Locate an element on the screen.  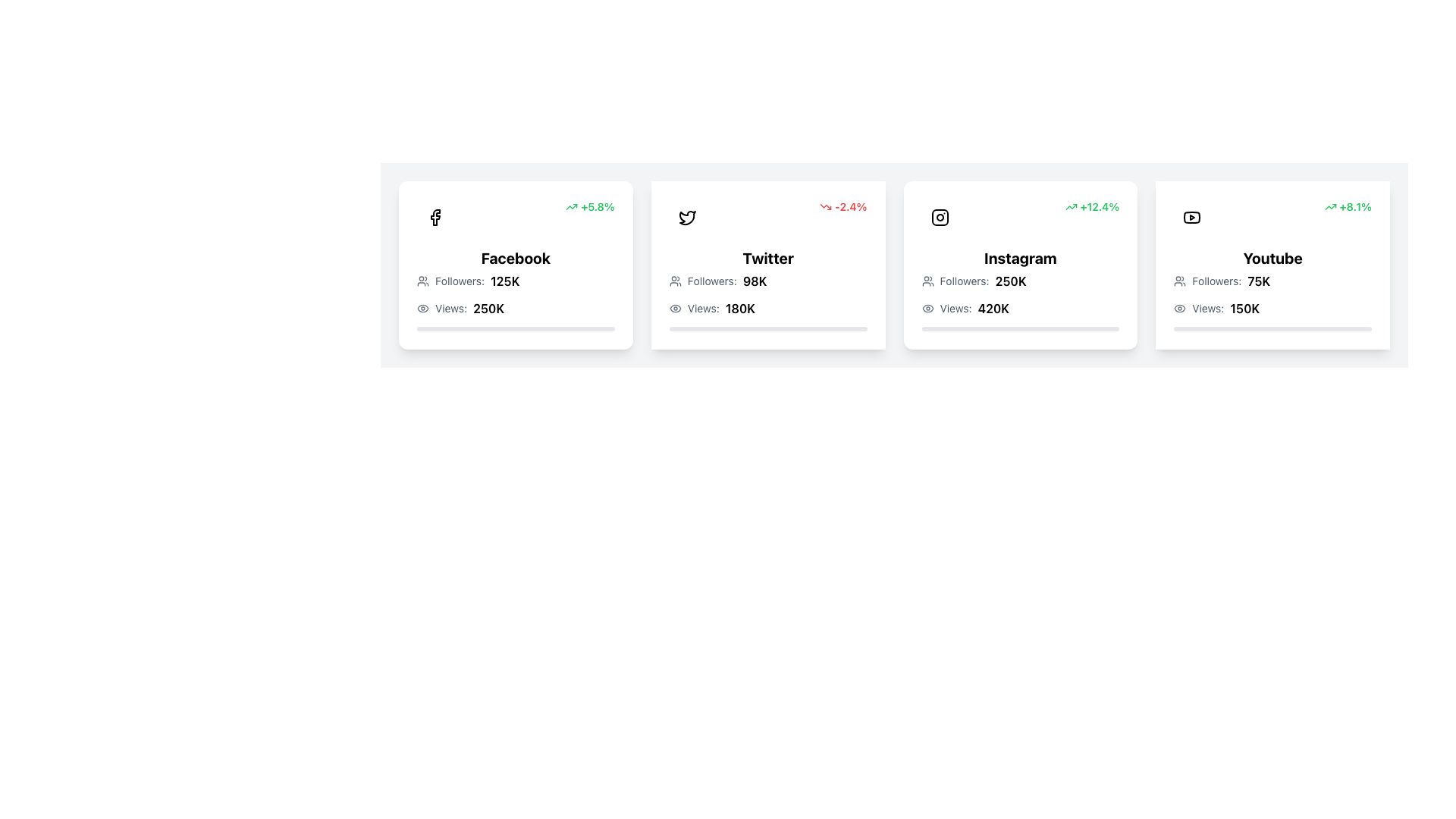
the static text label indicating the number of followers for the associated social media account, positioned between a user icon and the bold text '125K' in the Facebook analytics card is located at coordinates (459, 281).